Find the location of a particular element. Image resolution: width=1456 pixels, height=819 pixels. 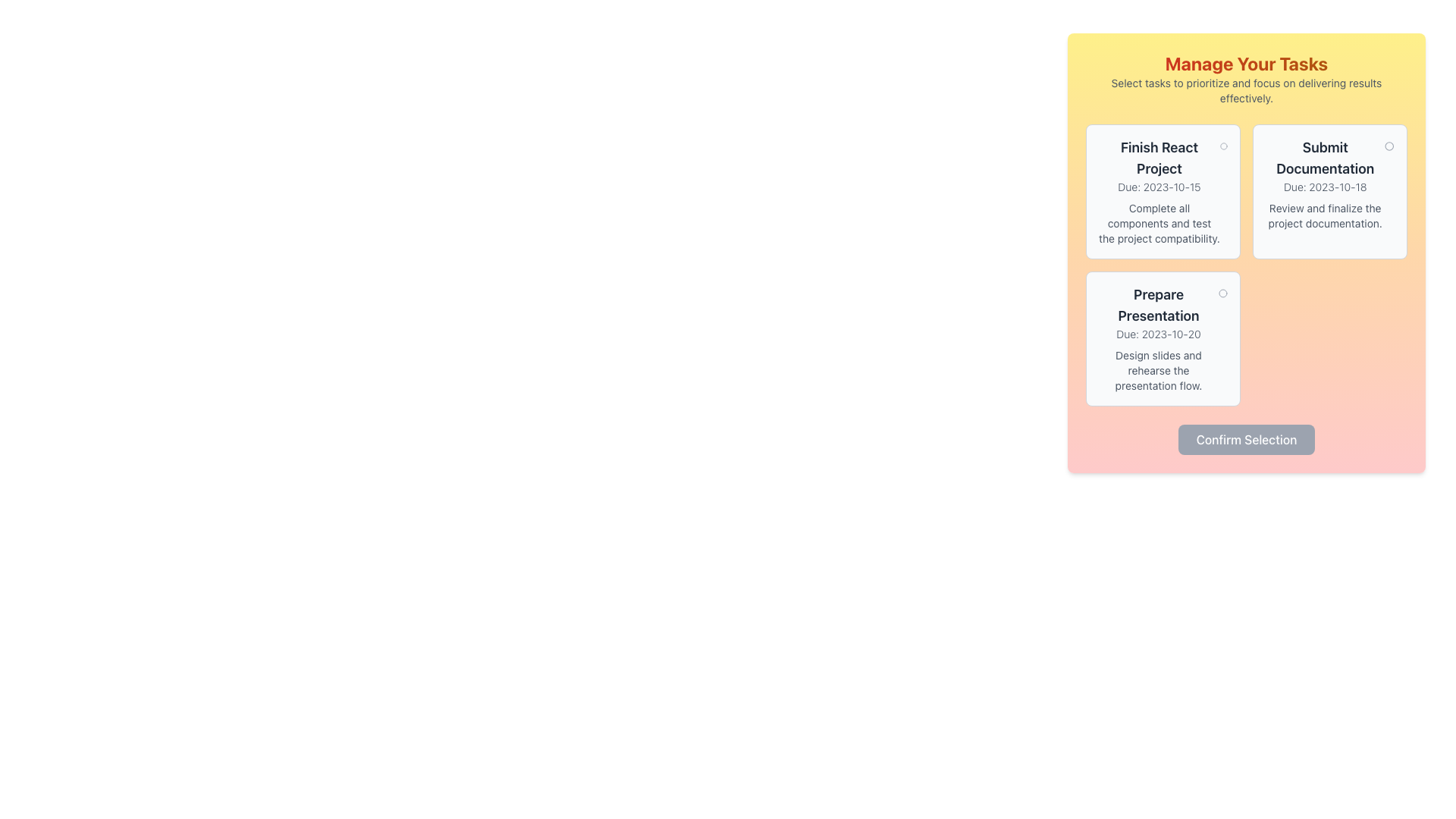

the circular interactive marker located in the top-right corner of the 'Prepare Presentation' interactive card is located at coordinates (1163, 338).